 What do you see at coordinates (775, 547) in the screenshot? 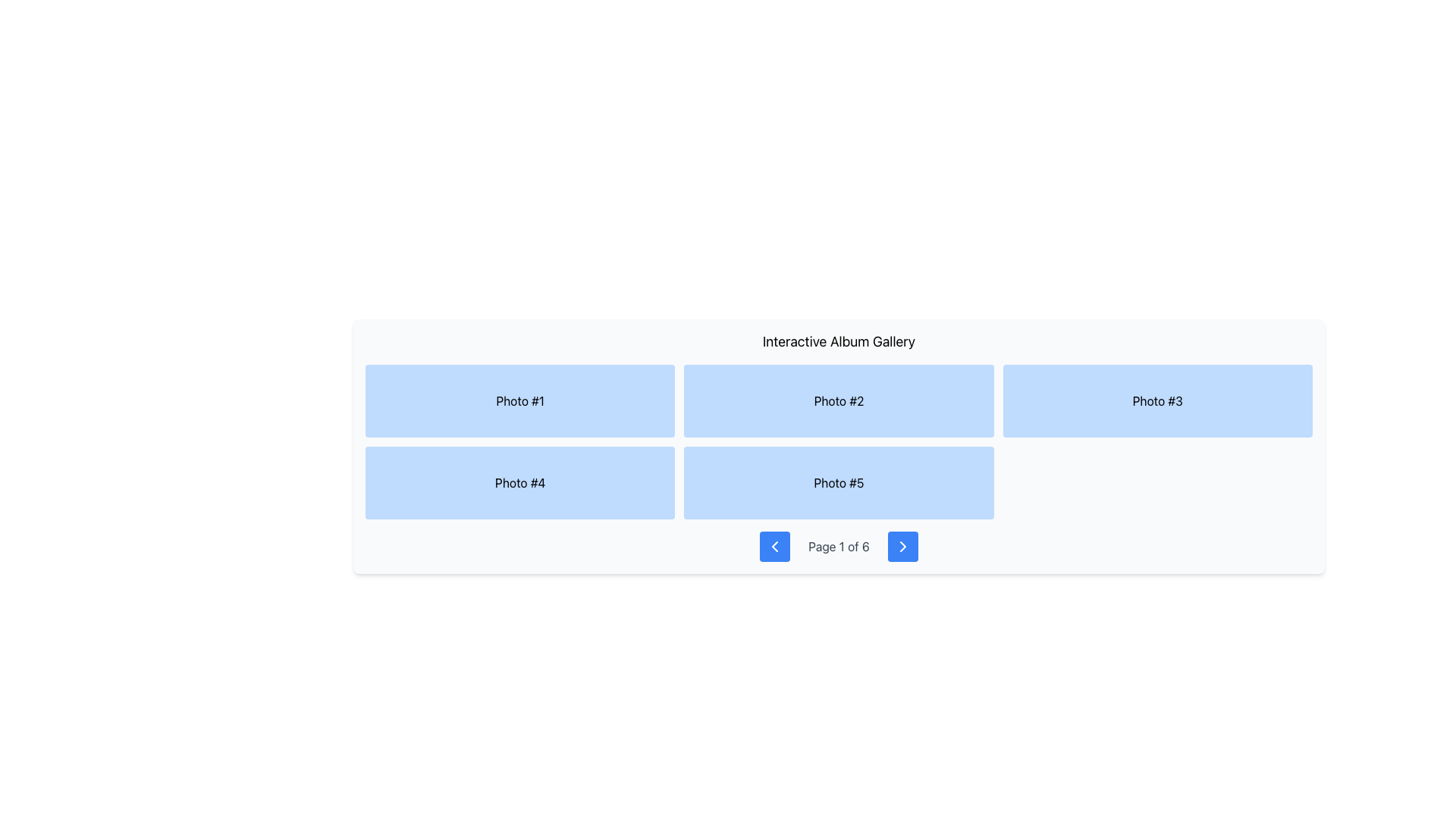
I see `the small left-pointing chevron icon, styled as a thin black outlined arrow, located inside the blue square button at the bottom left corner of the pagination control area` at bounding box center [775, 547].